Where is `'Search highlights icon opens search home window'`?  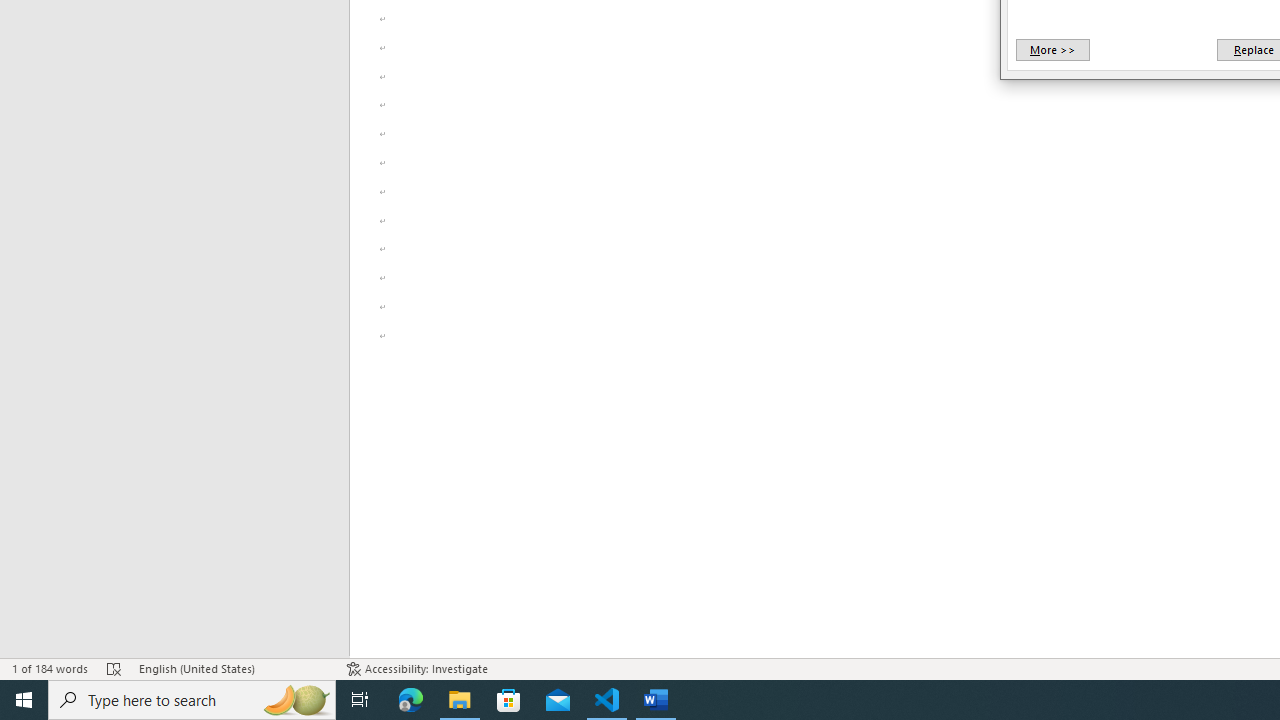
'Search highlights icon opens search home window' is located at coordinates (294, 698).